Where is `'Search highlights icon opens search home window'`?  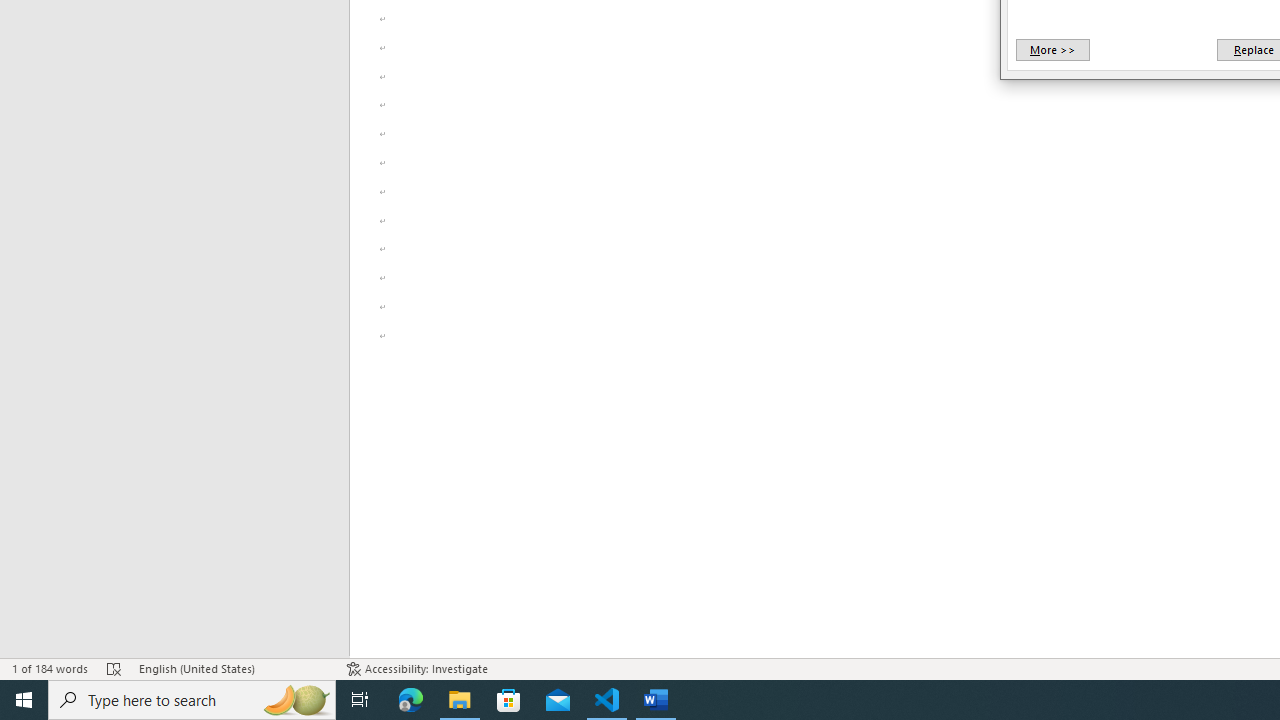
'Search highlights icon opens search home window' is located at coordinates (294, 698).